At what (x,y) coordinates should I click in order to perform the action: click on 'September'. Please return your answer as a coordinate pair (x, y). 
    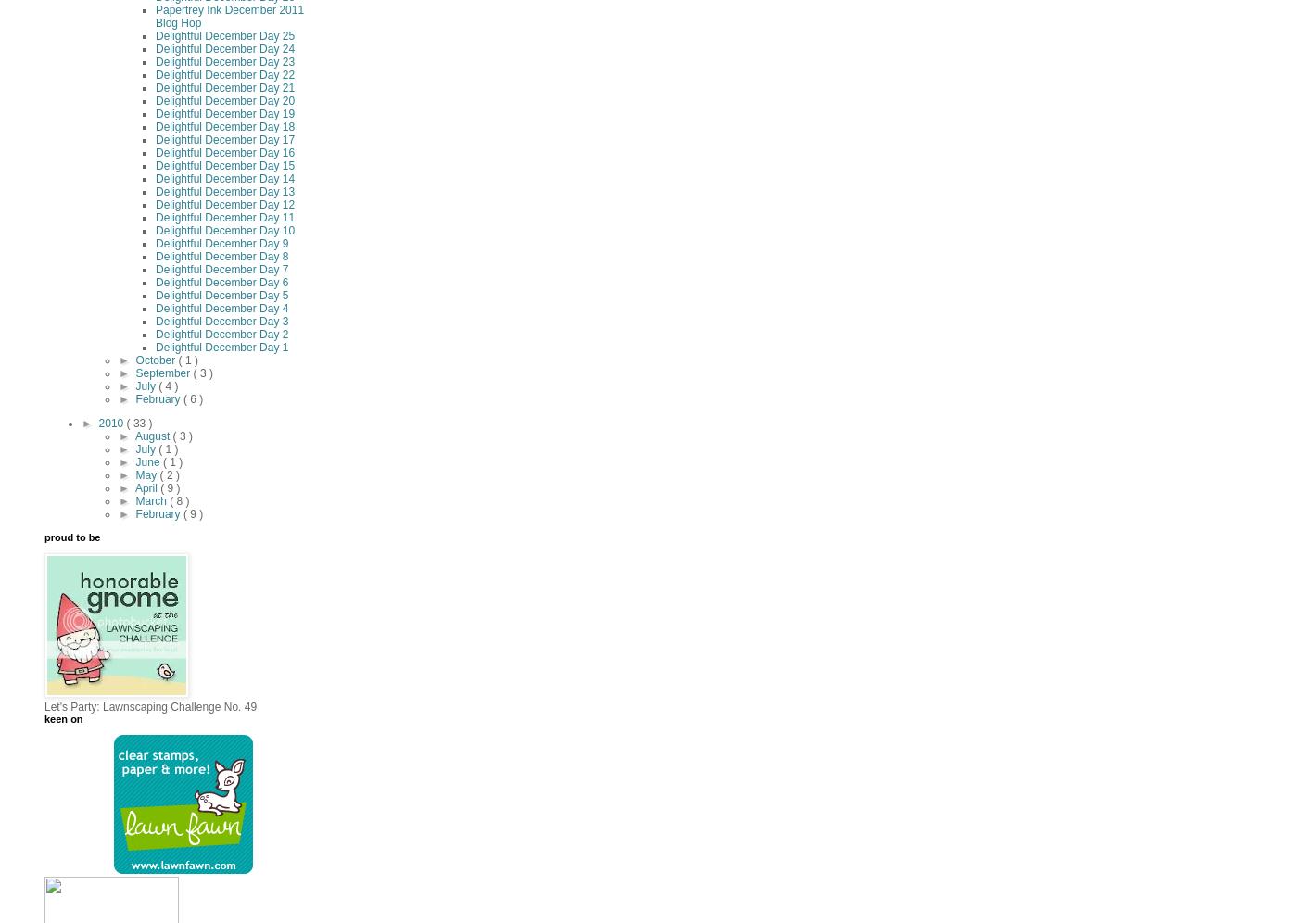
    Looking at the image, I should click on (162, 372).